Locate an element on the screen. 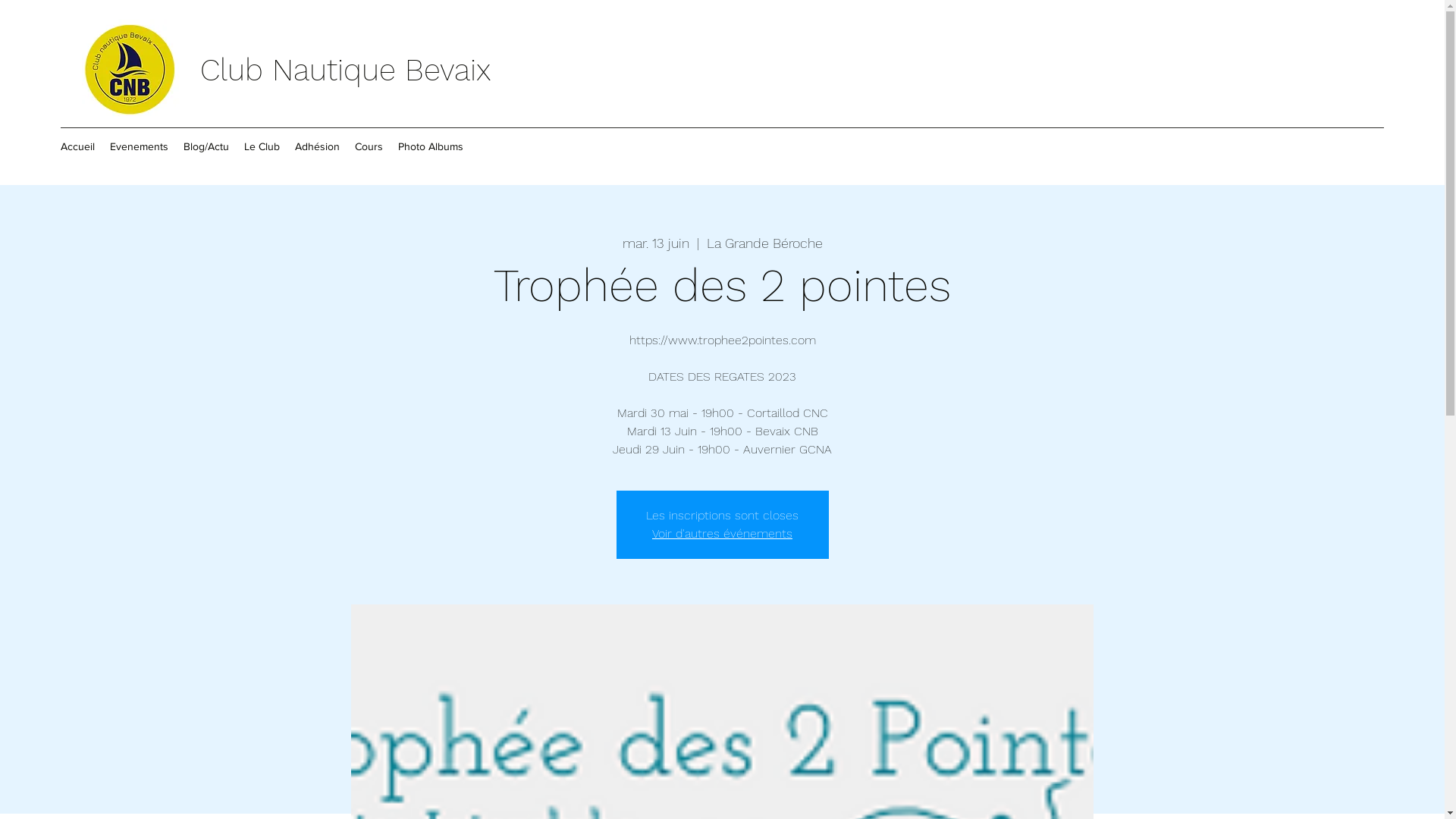 The width and height of the screenshot is (1456, 819). 'Photo Albums' is located at coordinates (429, 146).